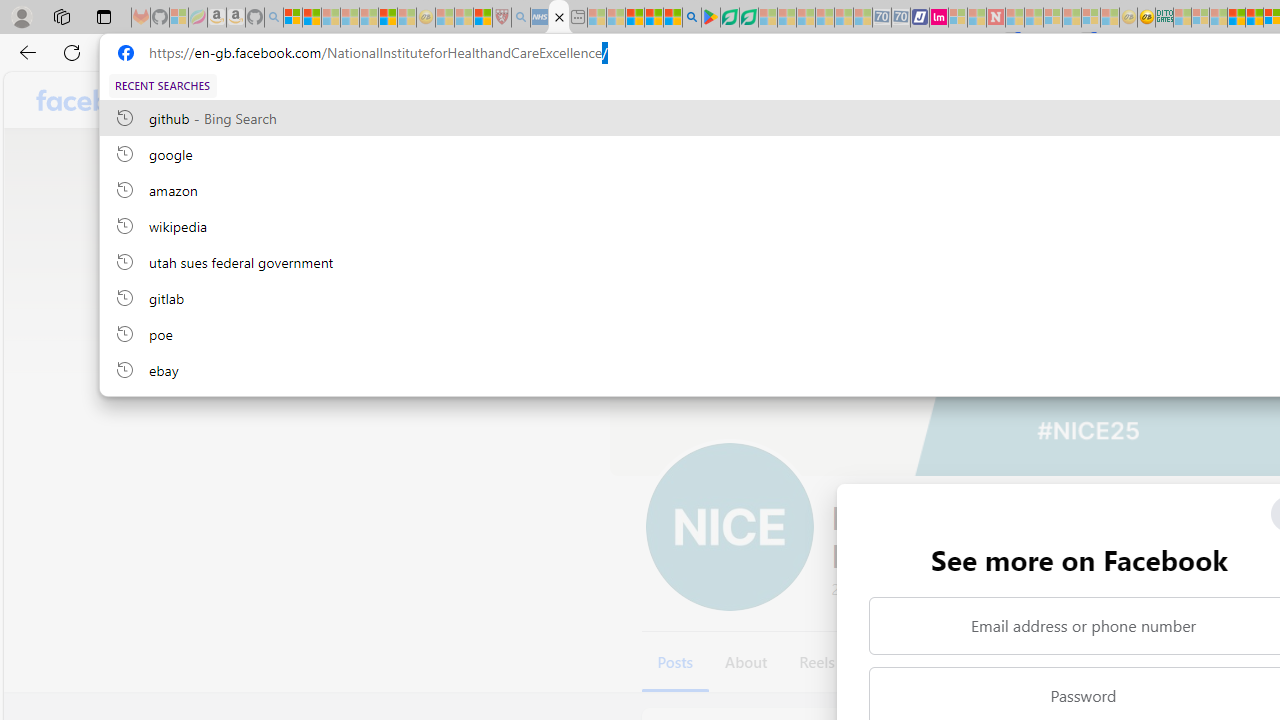 This screenshot has height=720, width=1280. What do you see at coordinates (1235, 17) in the screenshot?
I see `'Expert Portfolios'` at bounding box center [1235, 17].